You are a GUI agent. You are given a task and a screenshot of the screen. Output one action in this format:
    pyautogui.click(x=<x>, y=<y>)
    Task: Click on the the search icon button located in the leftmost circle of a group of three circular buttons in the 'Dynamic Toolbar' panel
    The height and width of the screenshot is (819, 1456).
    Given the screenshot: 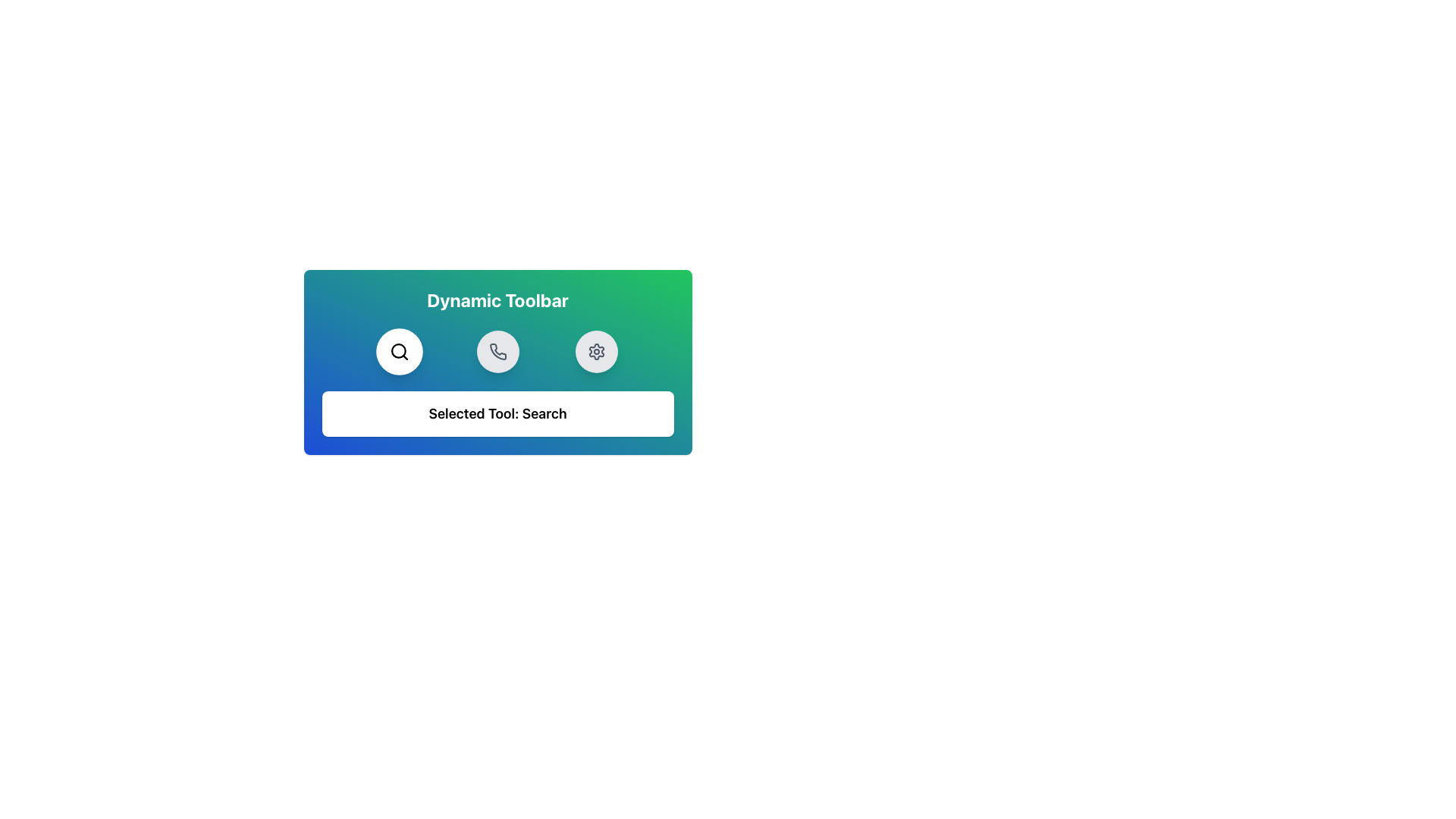 What is the action you would take?
    pyautogui.click(x=399, y=351)
    